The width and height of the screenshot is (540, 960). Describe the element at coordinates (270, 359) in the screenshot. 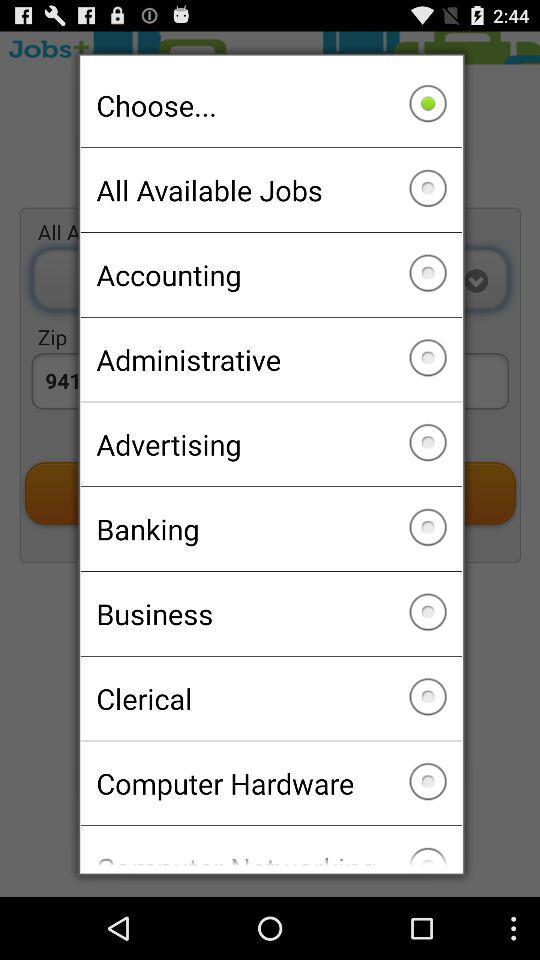

I see `icon below the accounting` at that location.